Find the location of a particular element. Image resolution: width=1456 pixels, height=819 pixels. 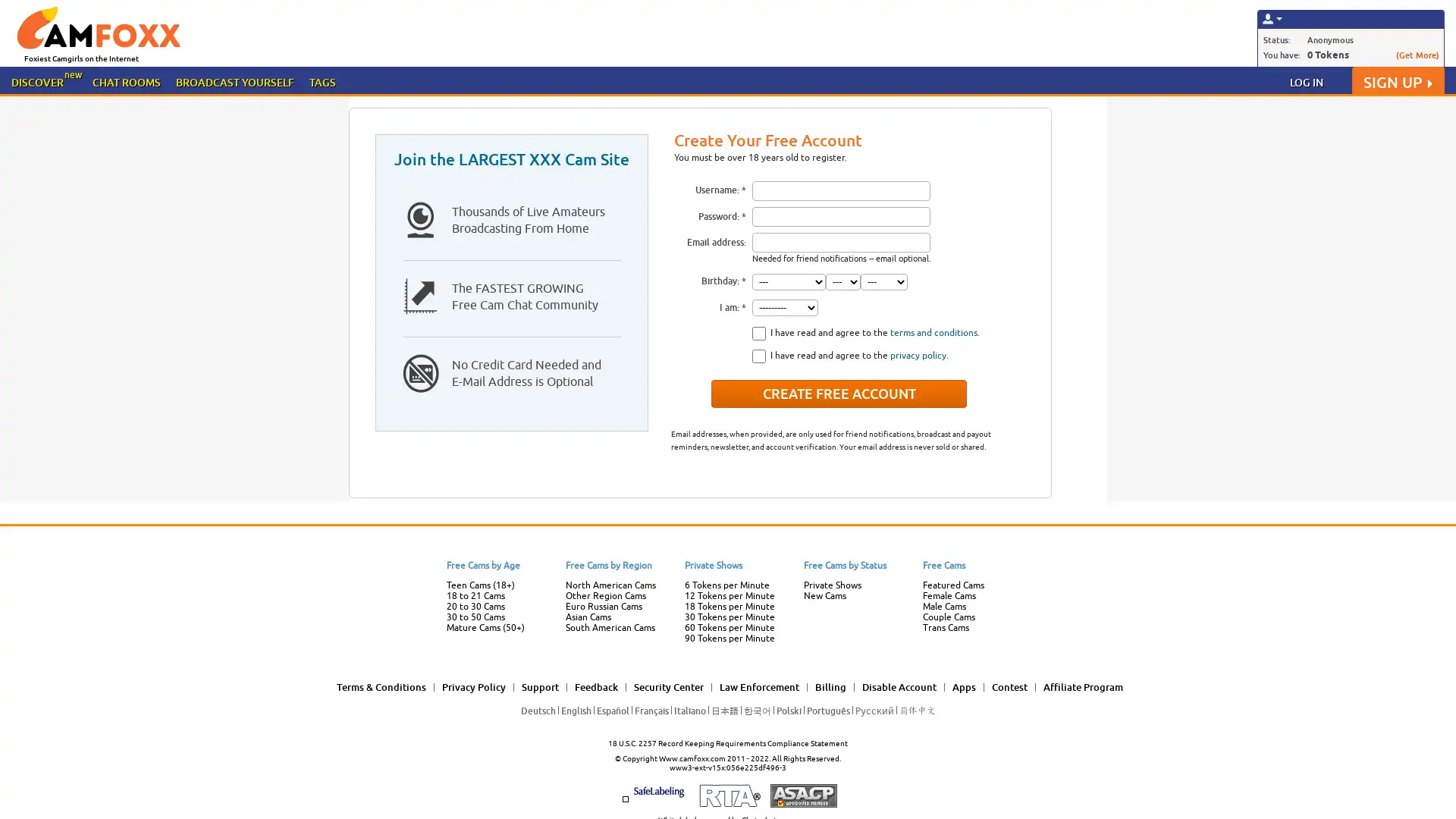

Portugues is located at coordinates (827, 711).